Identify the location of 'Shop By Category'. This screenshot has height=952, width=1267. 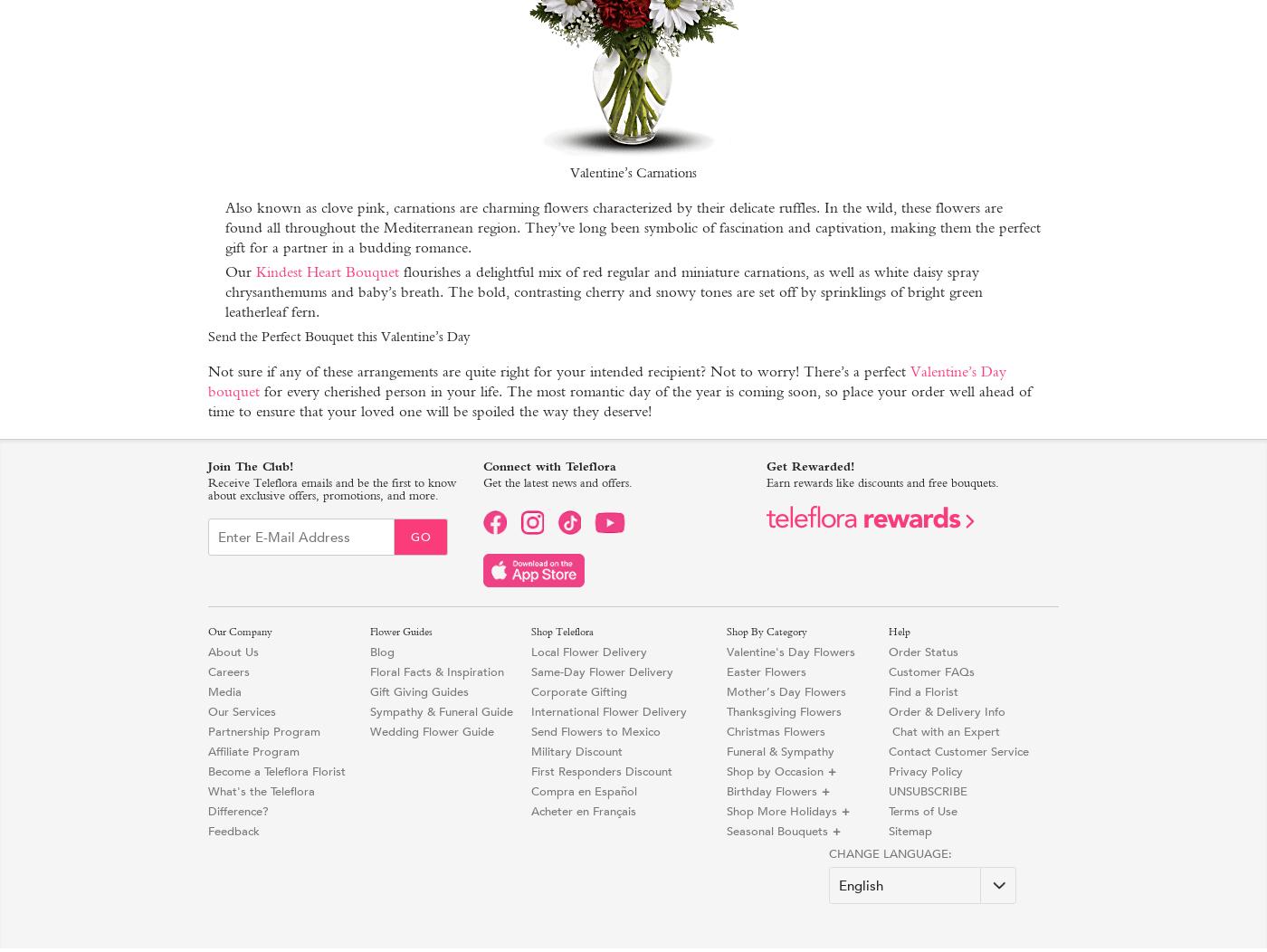
(767, 631).